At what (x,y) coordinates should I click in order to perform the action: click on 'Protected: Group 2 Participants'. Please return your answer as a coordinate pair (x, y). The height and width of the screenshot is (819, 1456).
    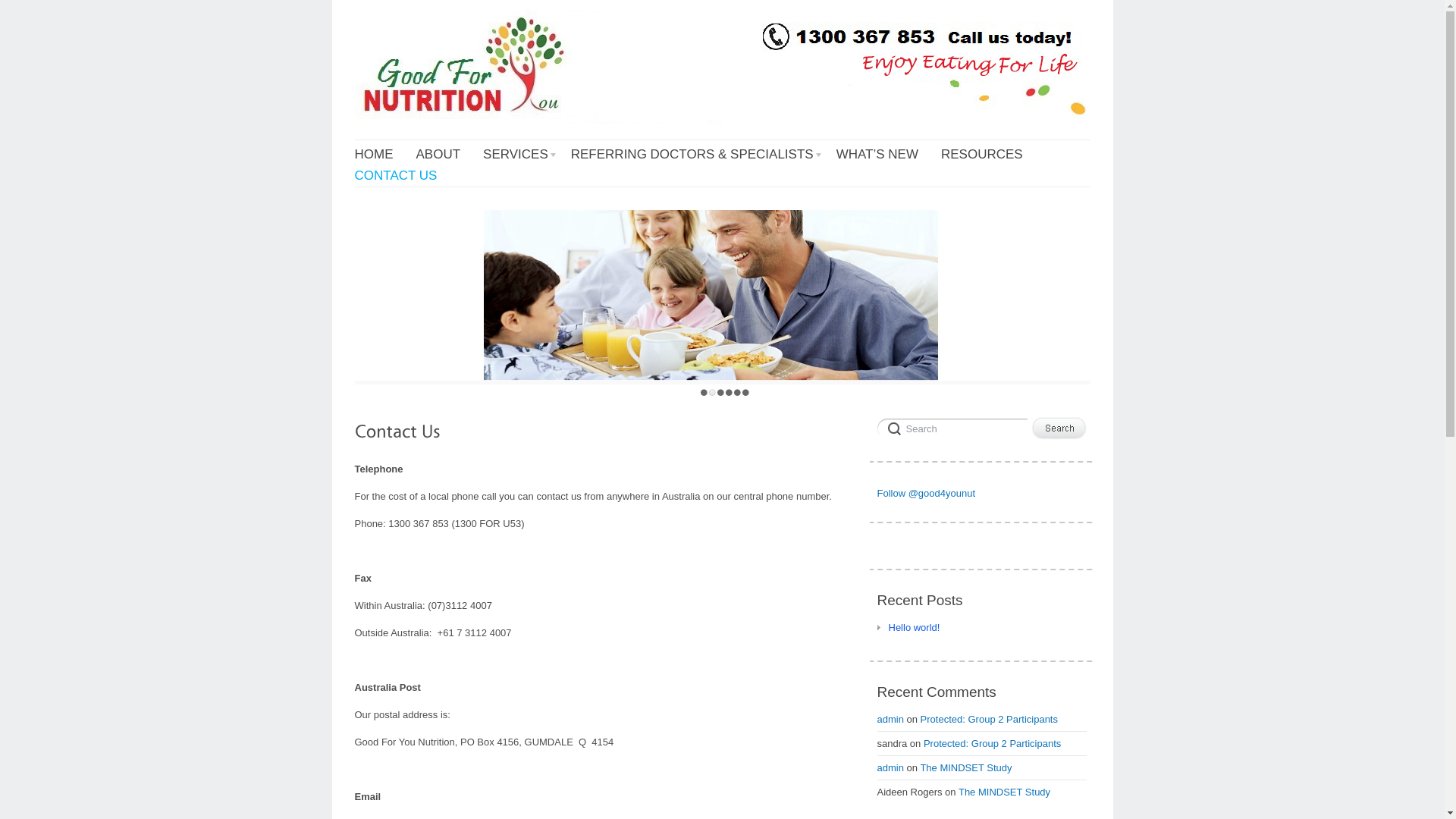
    Looking at the image, I should click on (992, 742).